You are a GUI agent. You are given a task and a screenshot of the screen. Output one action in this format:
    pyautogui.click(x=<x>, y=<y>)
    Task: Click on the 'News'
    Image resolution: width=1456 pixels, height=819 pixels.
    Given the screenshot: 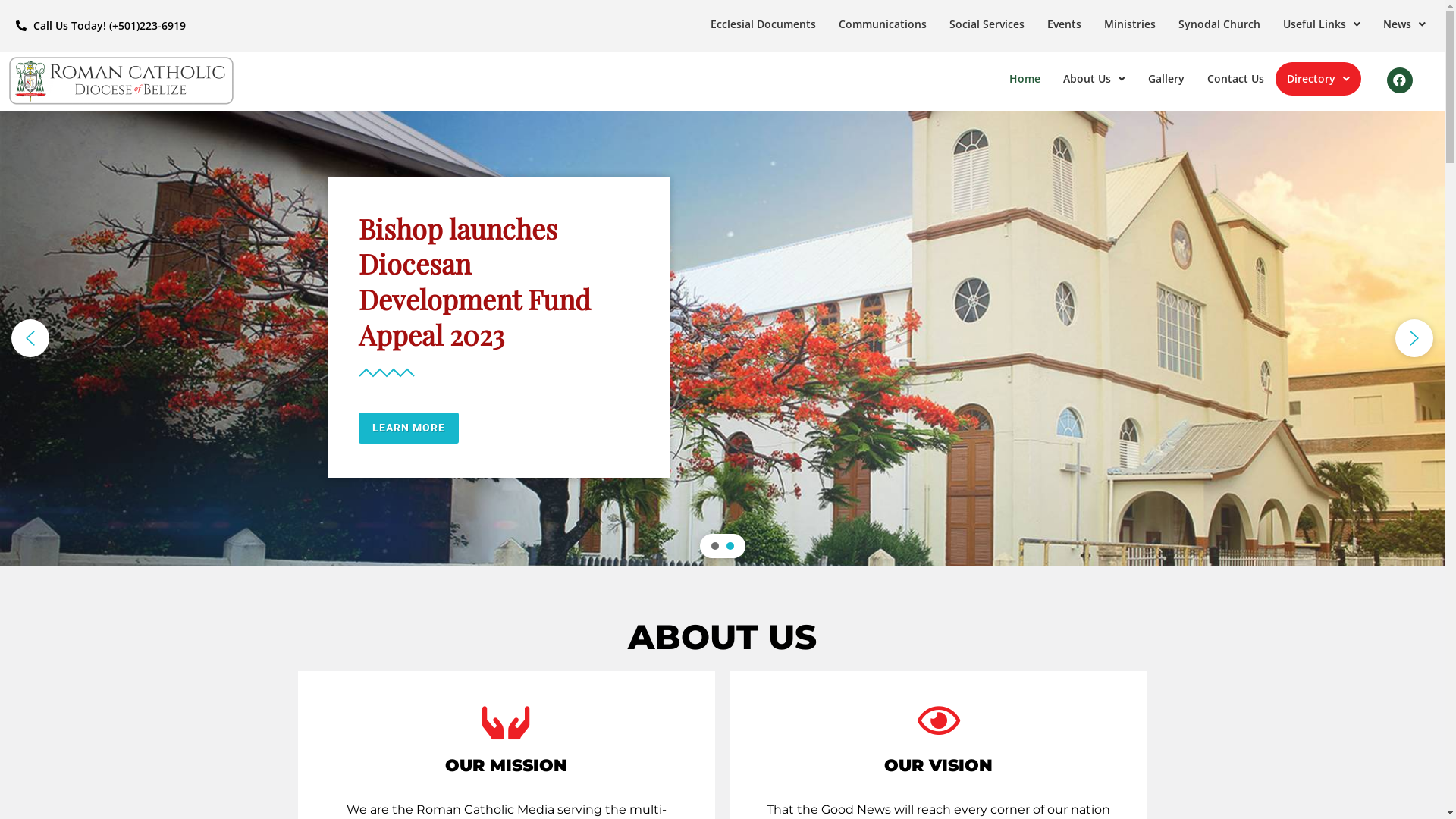 What is the action you would take?
    pyautogui.click(x=1404, y=24)
    